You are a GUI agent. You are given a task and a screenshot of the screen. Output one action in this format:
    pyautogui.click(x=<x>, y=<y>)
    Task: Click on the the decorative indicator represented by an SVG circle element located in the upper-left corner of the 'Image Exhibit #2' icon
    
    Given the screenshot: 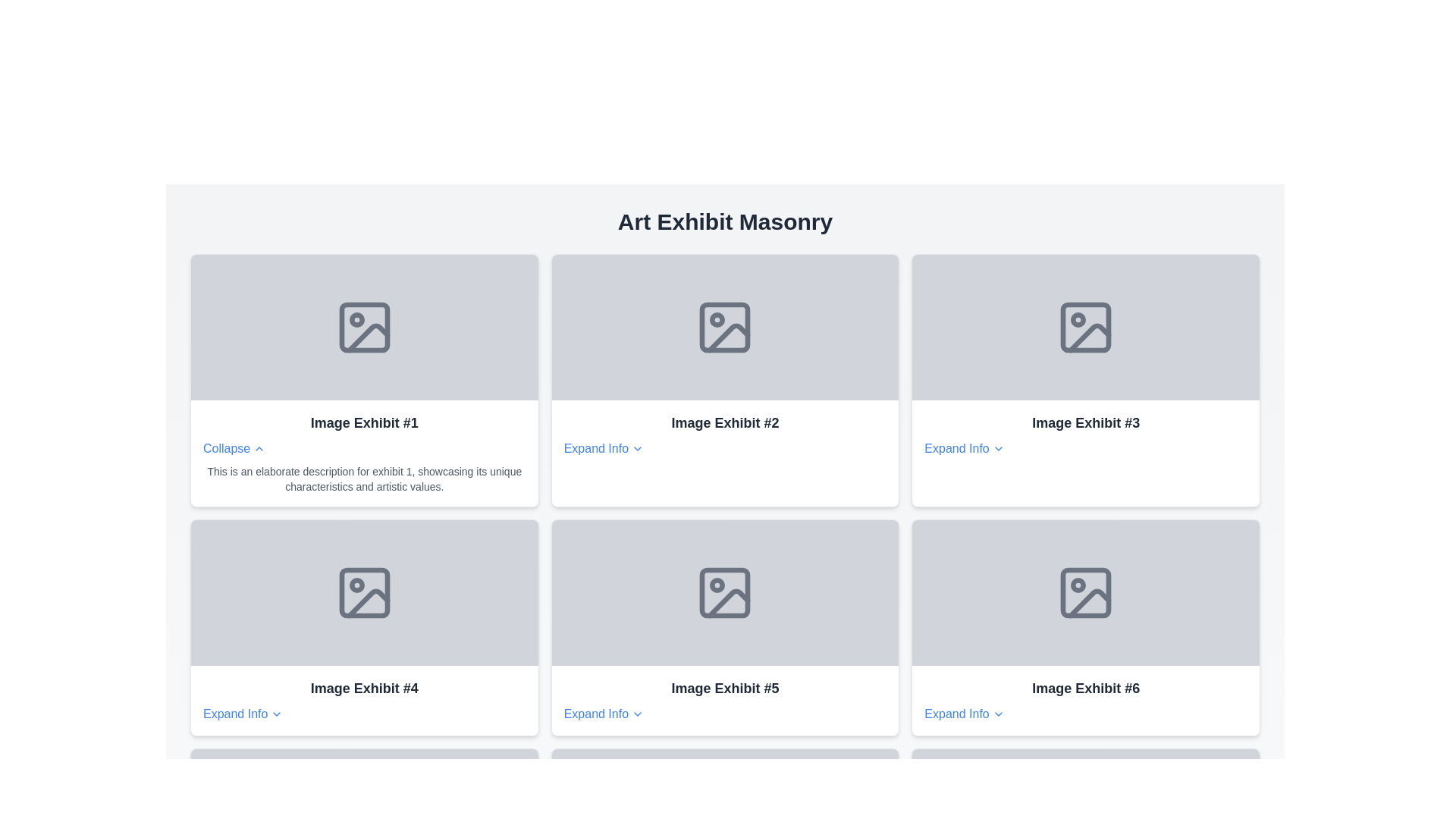 What is the action you would take?
    pyautogui.click(x=717, y=318)
    